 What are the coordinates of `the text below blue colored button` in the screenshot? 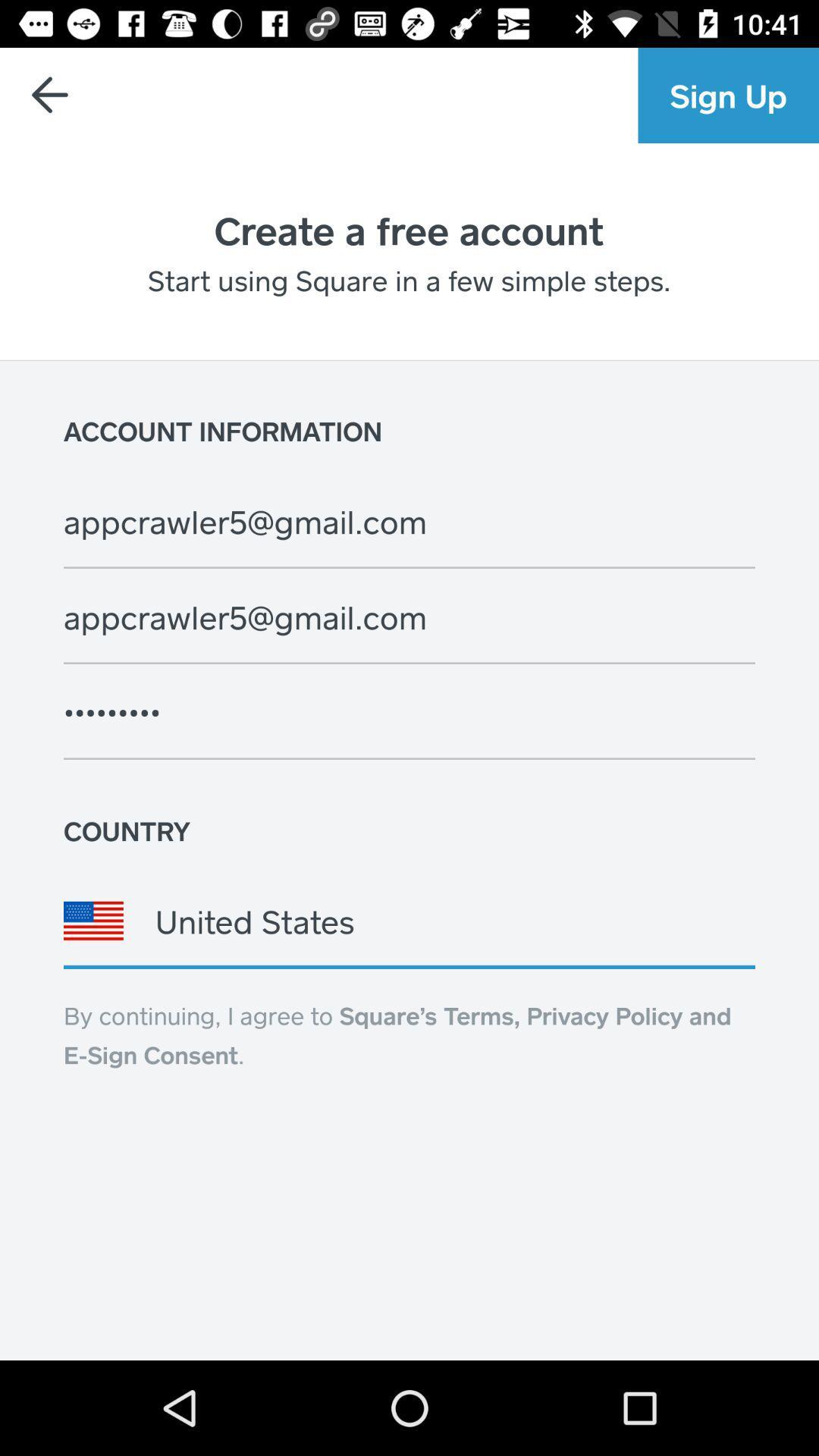 It's located at (409, 229).